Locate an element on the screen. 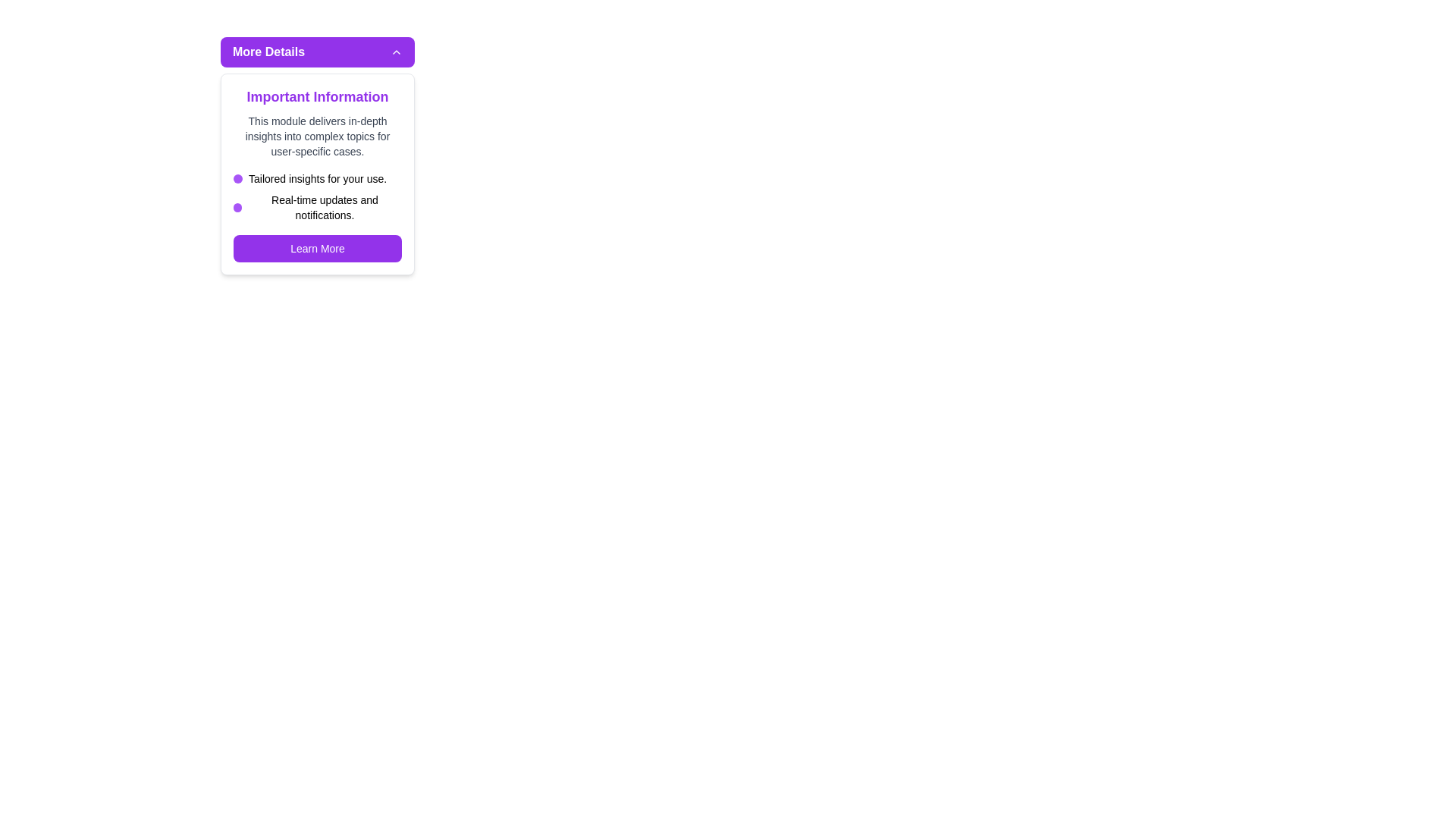 This screenshot has height=819, width=1456. the visual indicator dot located to the left of the text 'Tailored insights for your use.' is located at coordinates (237, 177).